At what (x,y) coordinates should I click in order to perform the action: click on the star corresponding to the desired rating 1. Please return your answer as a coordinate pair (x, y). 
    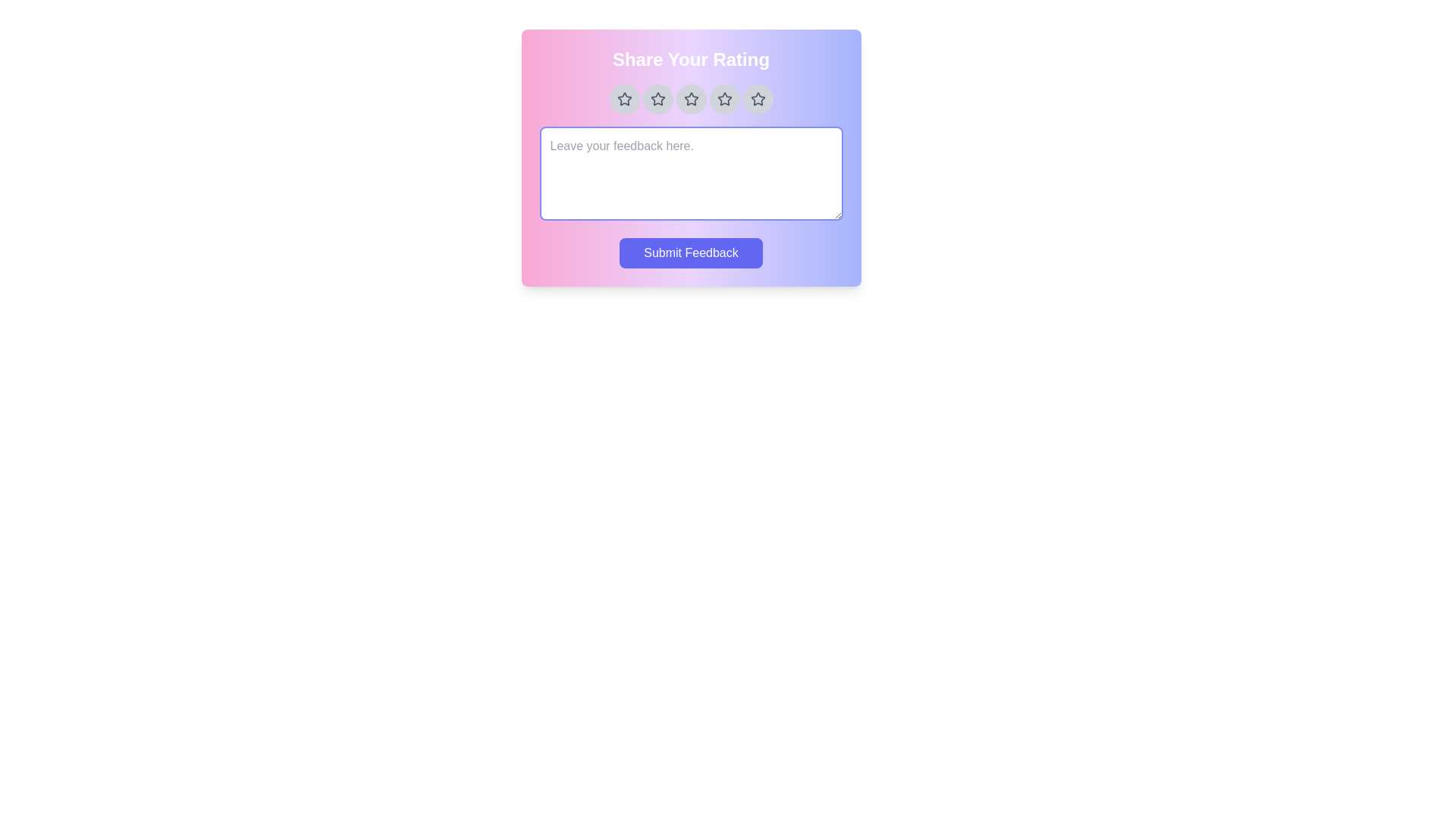
    Looking at the image, I should click on (624, 99).